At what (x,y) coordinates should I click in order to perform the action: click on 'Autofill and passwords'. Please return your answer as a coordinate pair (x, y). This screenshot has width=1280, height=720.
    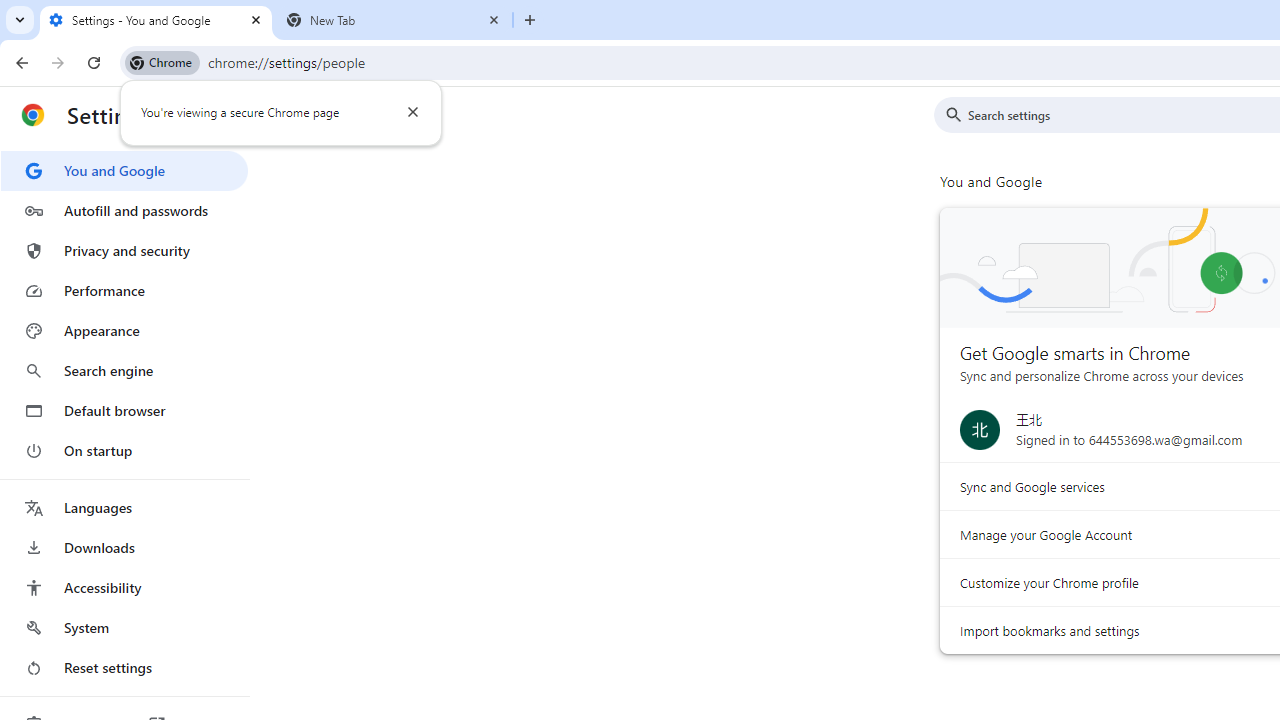
    Looking at the image, I should click on (123, 210).